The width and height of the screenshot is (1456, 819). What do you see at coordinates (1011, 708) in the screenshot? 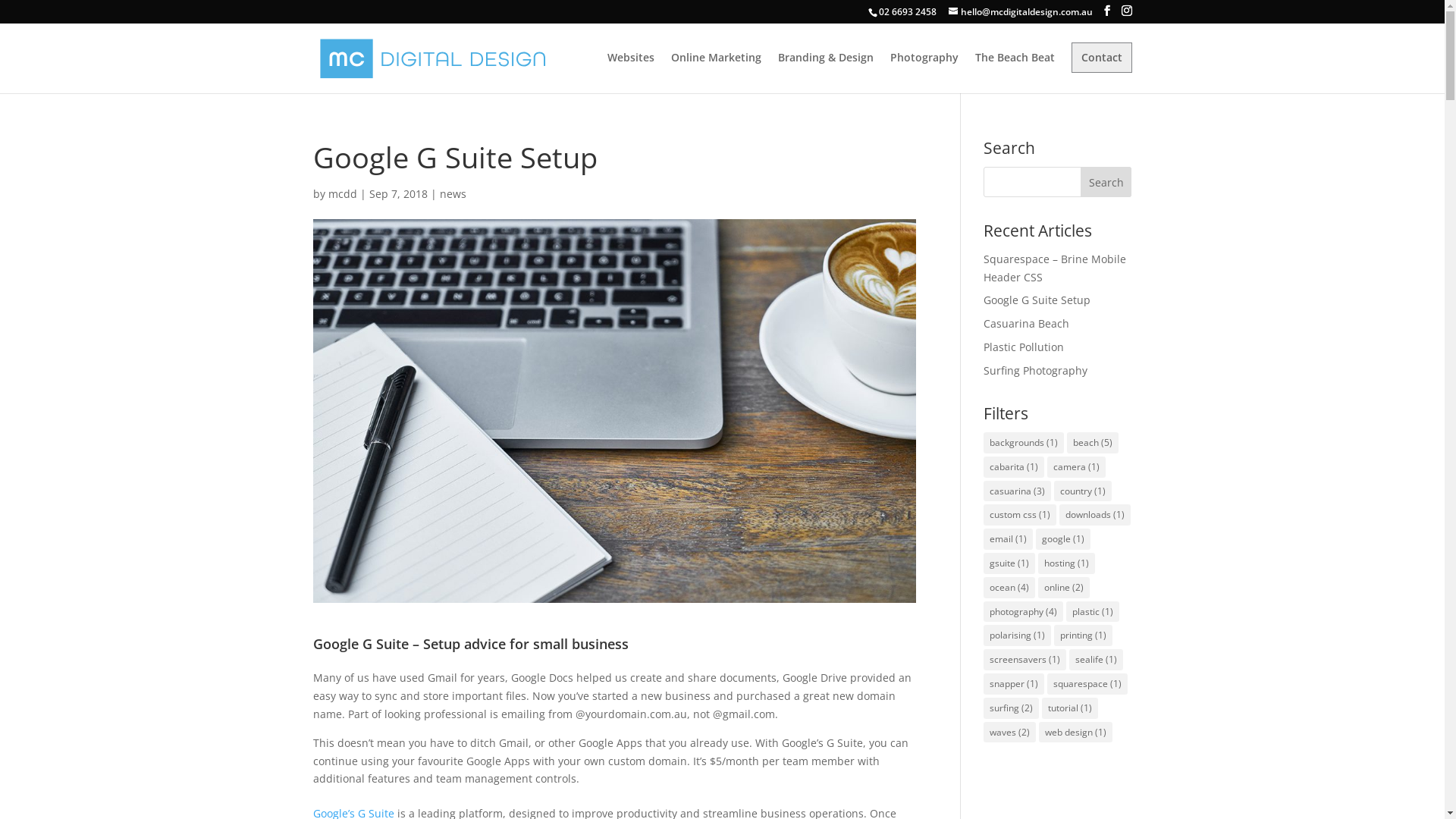
I see `'surfing (2)'` at bounding box center [1011, 708].